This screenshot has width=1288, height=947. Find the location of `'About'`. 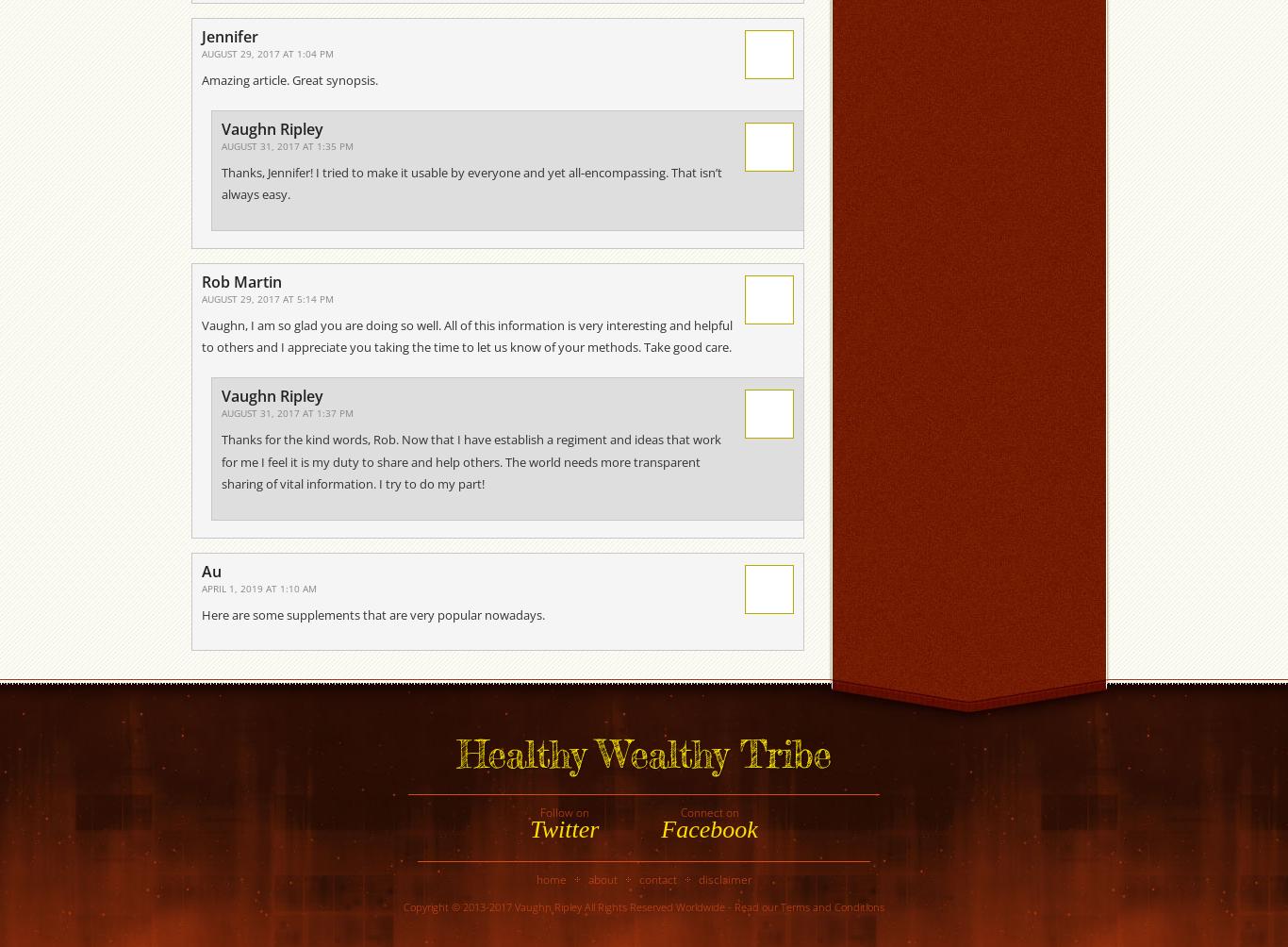

'About' is located at coordinates (601, 878).